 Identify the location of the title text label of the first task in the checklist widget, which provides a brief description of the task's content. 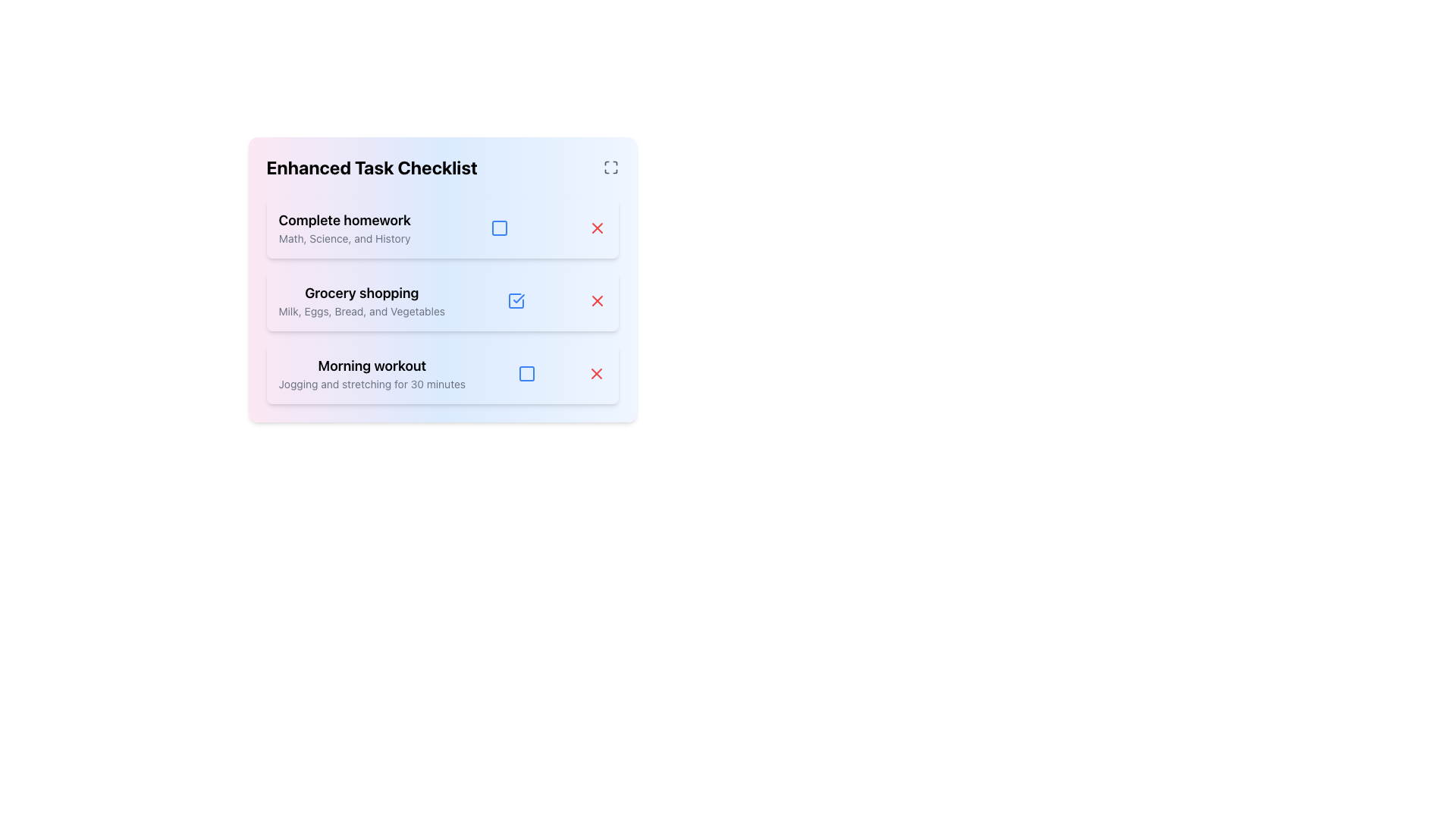
(344, 220).